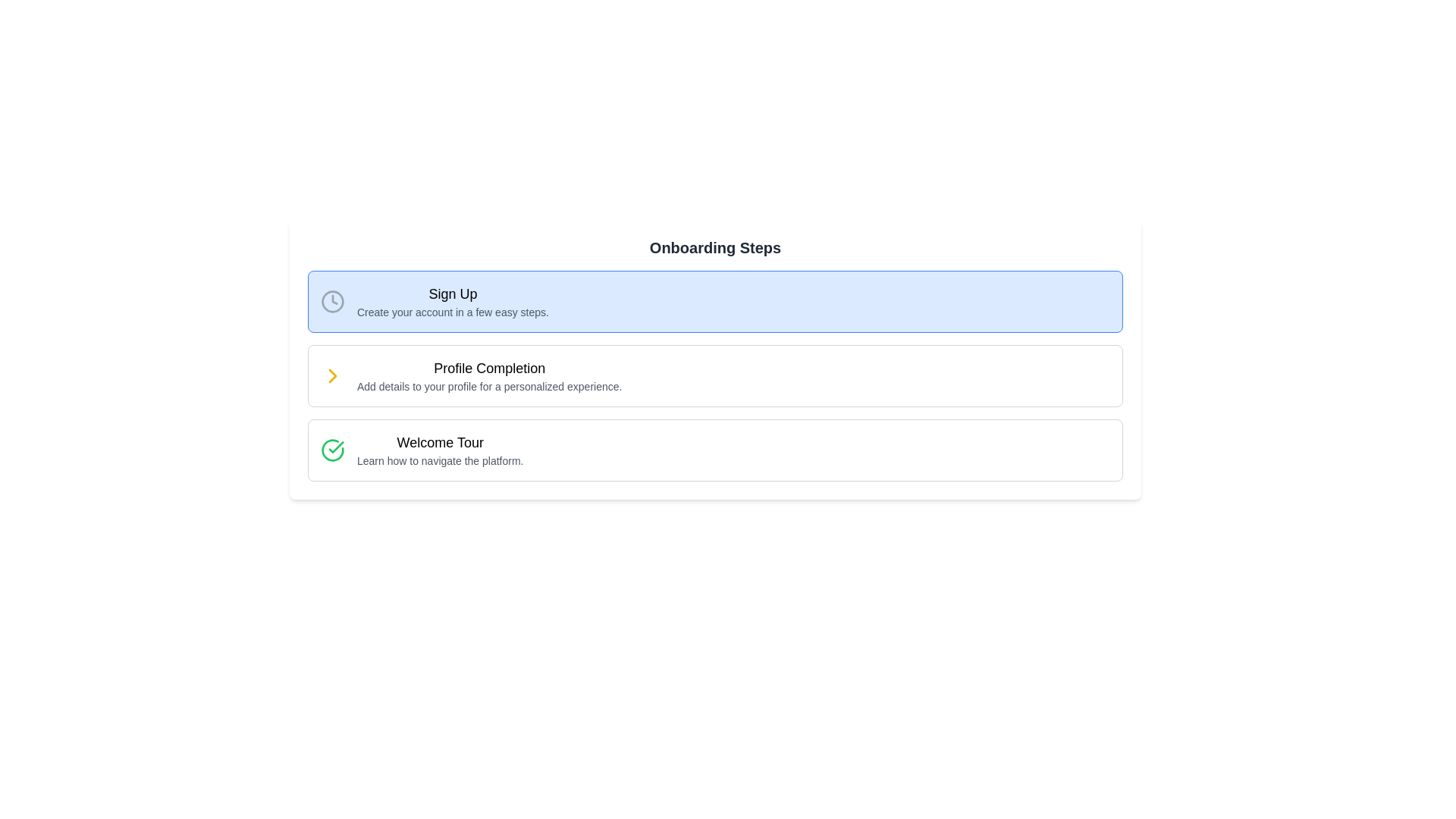  I want to click on the text label that says 'Create your account in a few easy steps.' which is located directly under the 'Sign Up' heading in the first onboarding step, so click(452, 312).